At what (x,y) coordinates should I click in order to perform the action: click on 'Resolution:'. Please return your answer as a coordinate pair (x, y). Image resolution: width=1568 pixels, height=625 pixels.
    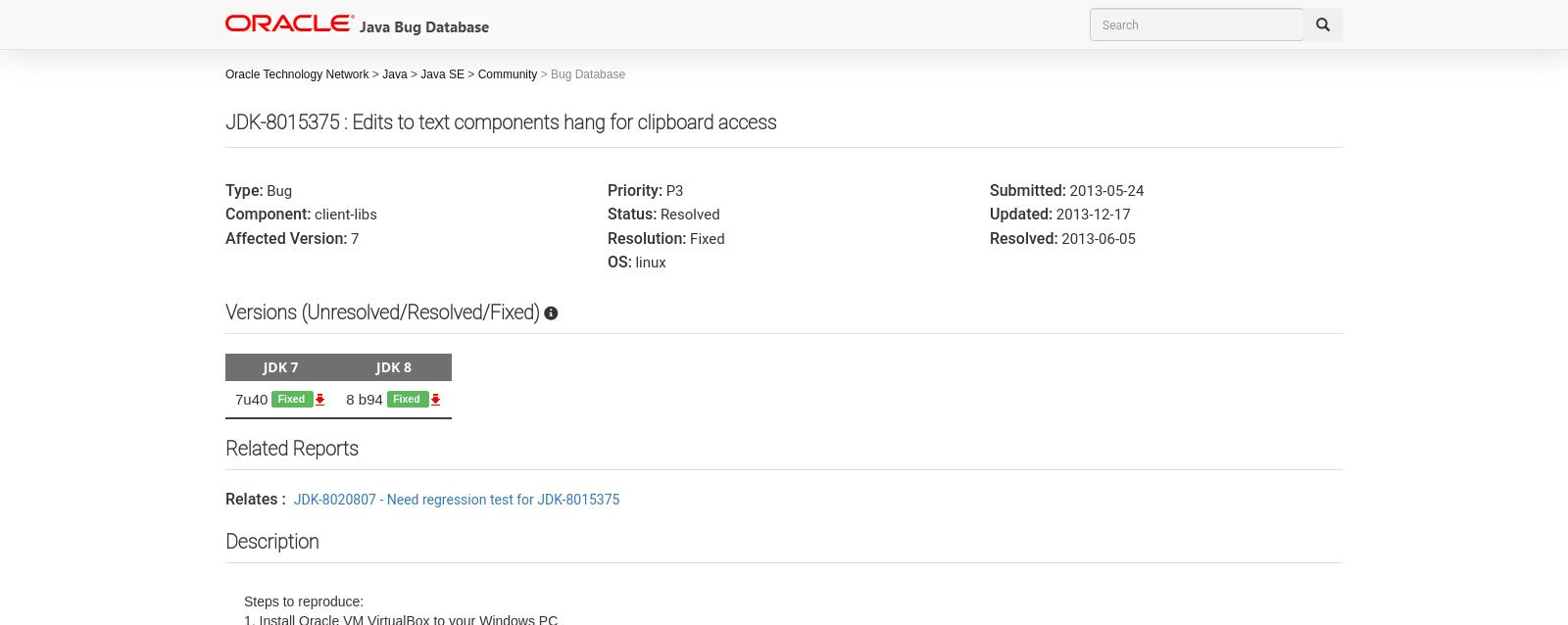
    Looking at the image, I should click on (647, 237).